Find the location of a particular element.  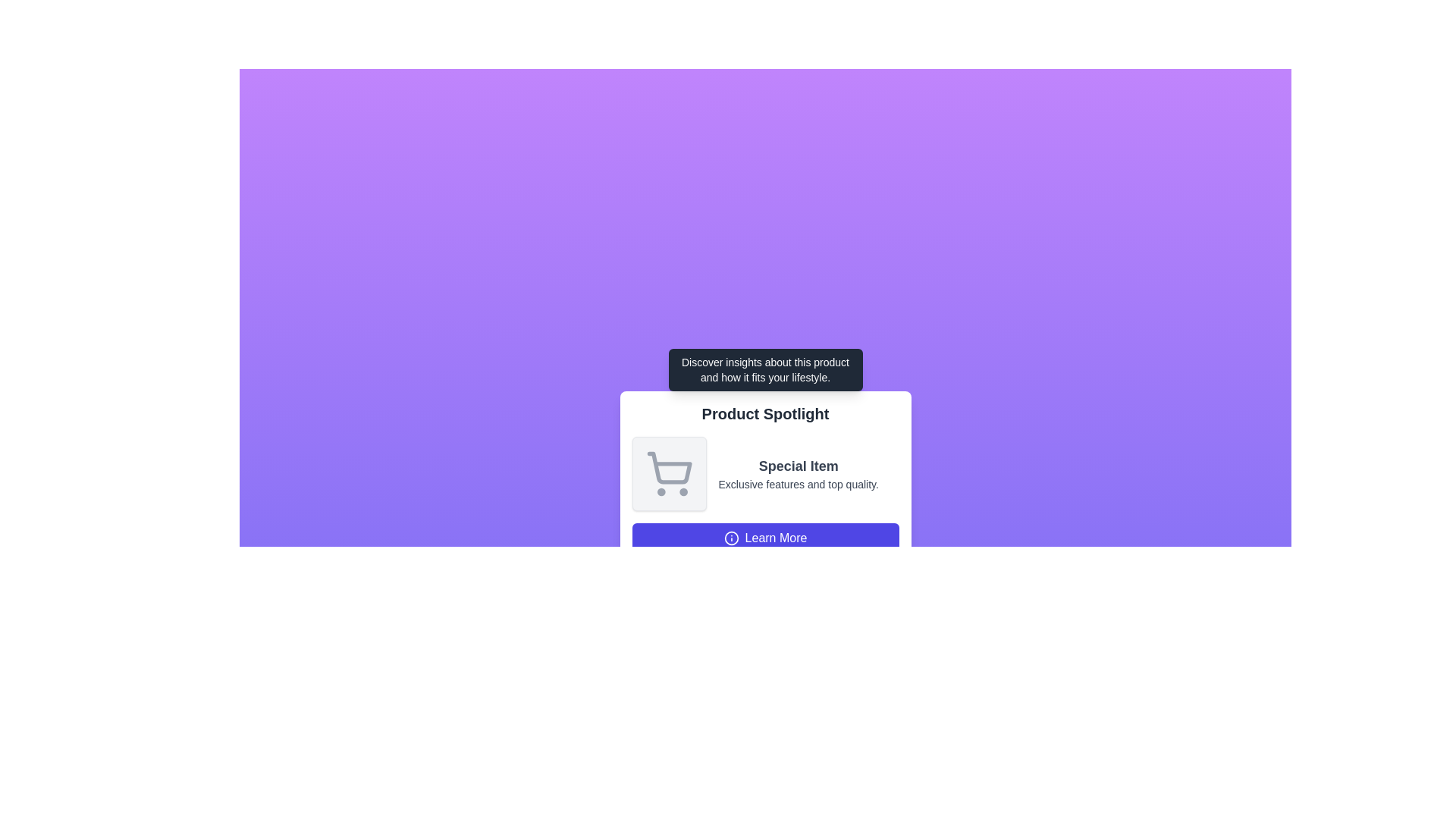

the Informational block that presents a product preview, located below the 'Product Spotlight' title and above the 'Learn More' button is located at coordinates (765, 472).